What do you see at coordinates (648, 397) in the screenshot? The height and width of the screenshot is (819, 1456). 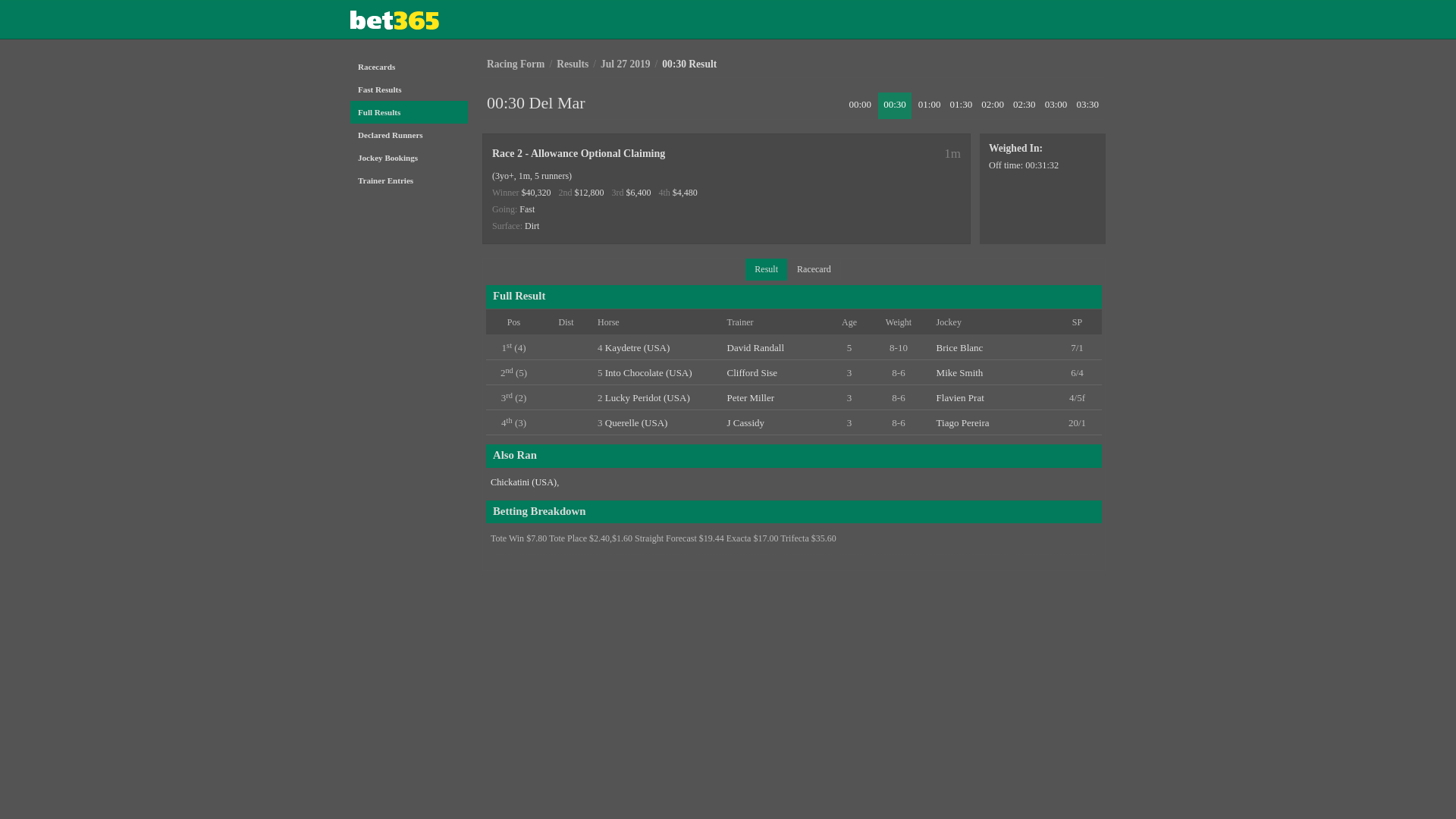 I see `'Lucky Peridot (USA)'` at bounding box center [648, 397].